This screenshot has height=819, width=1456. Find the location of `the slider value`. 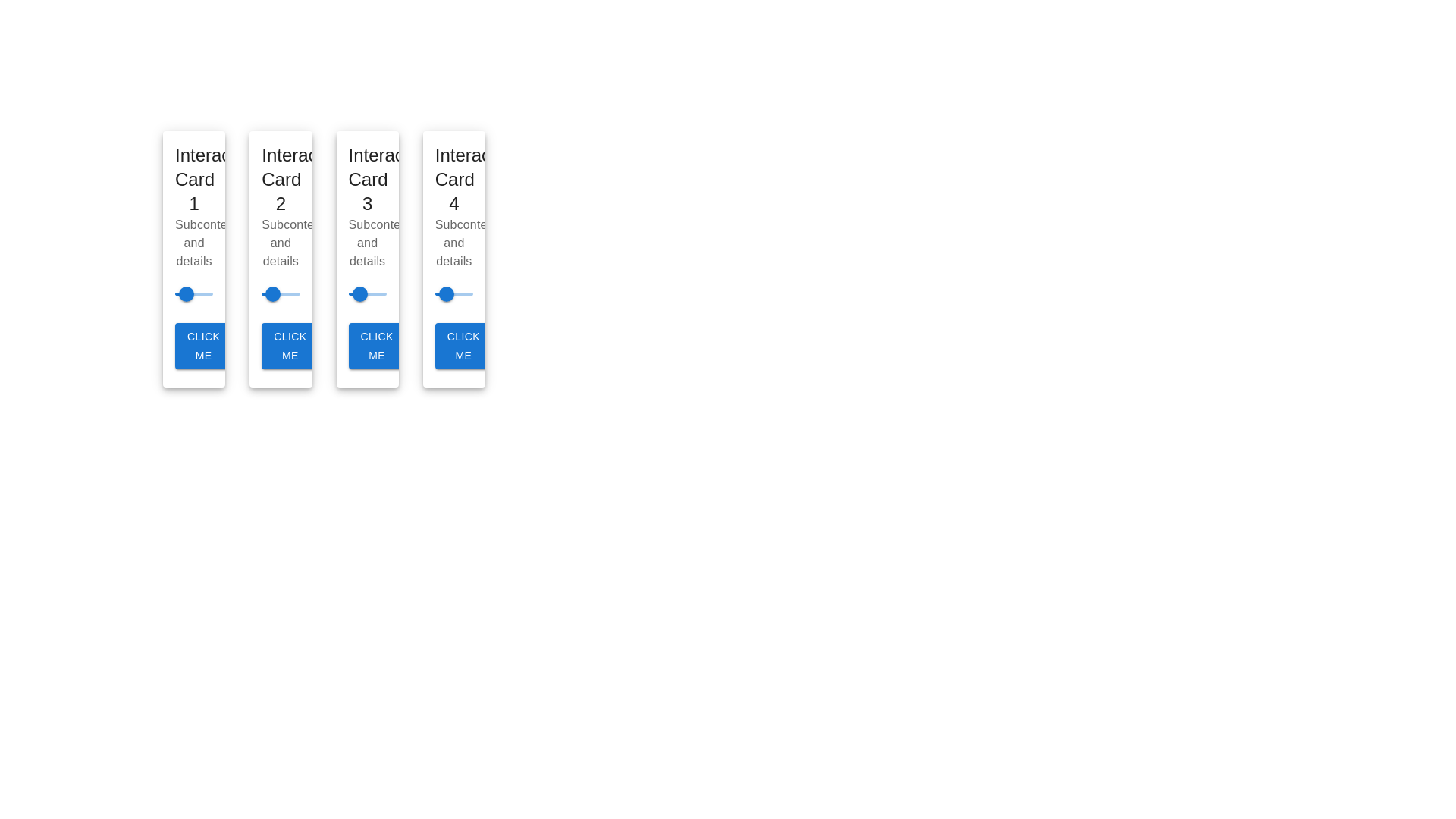

the slider value is located at coordinates (336, 294).